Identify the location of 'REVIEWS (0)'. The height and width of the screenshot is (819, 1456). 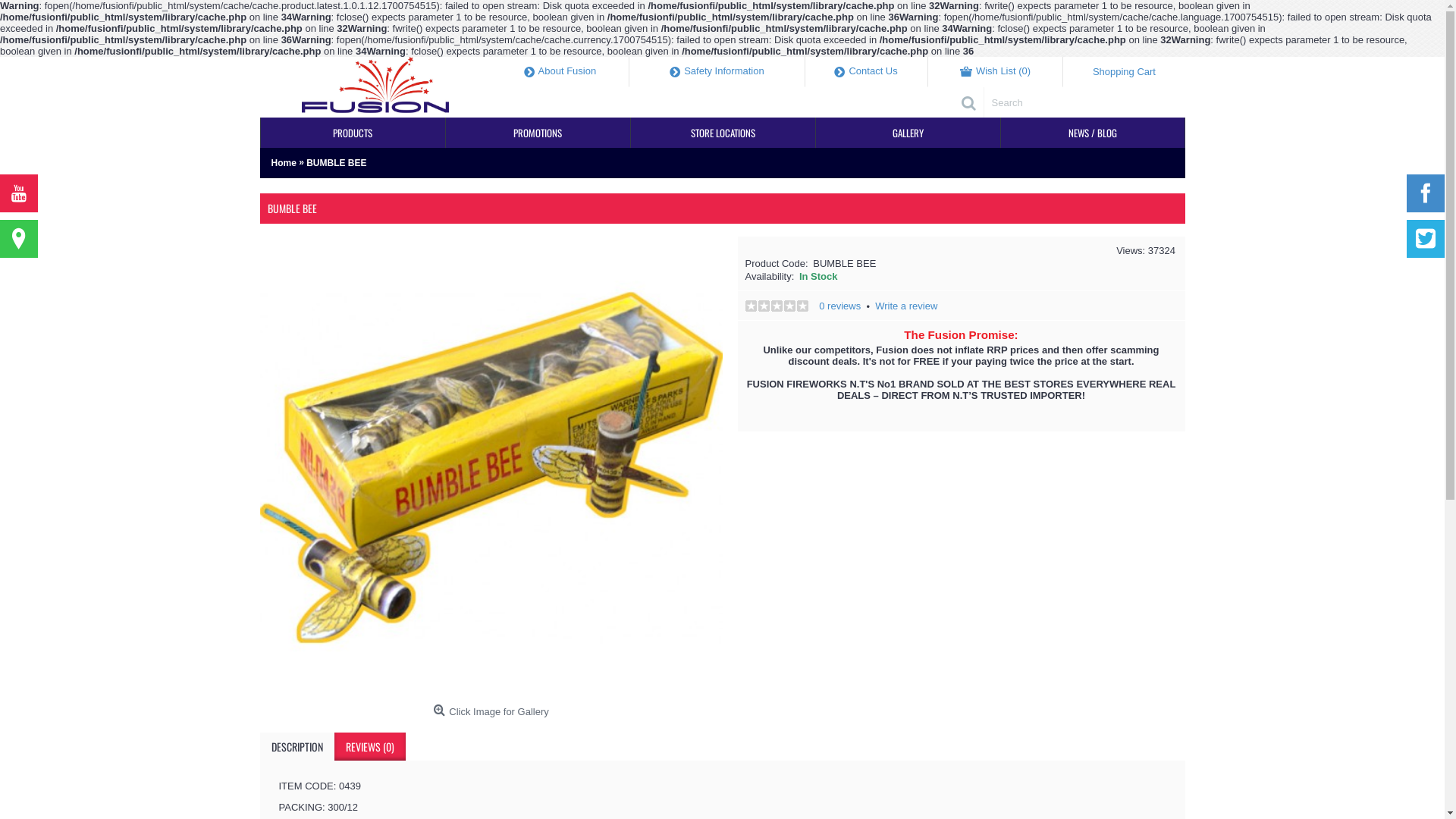
(369, 745).